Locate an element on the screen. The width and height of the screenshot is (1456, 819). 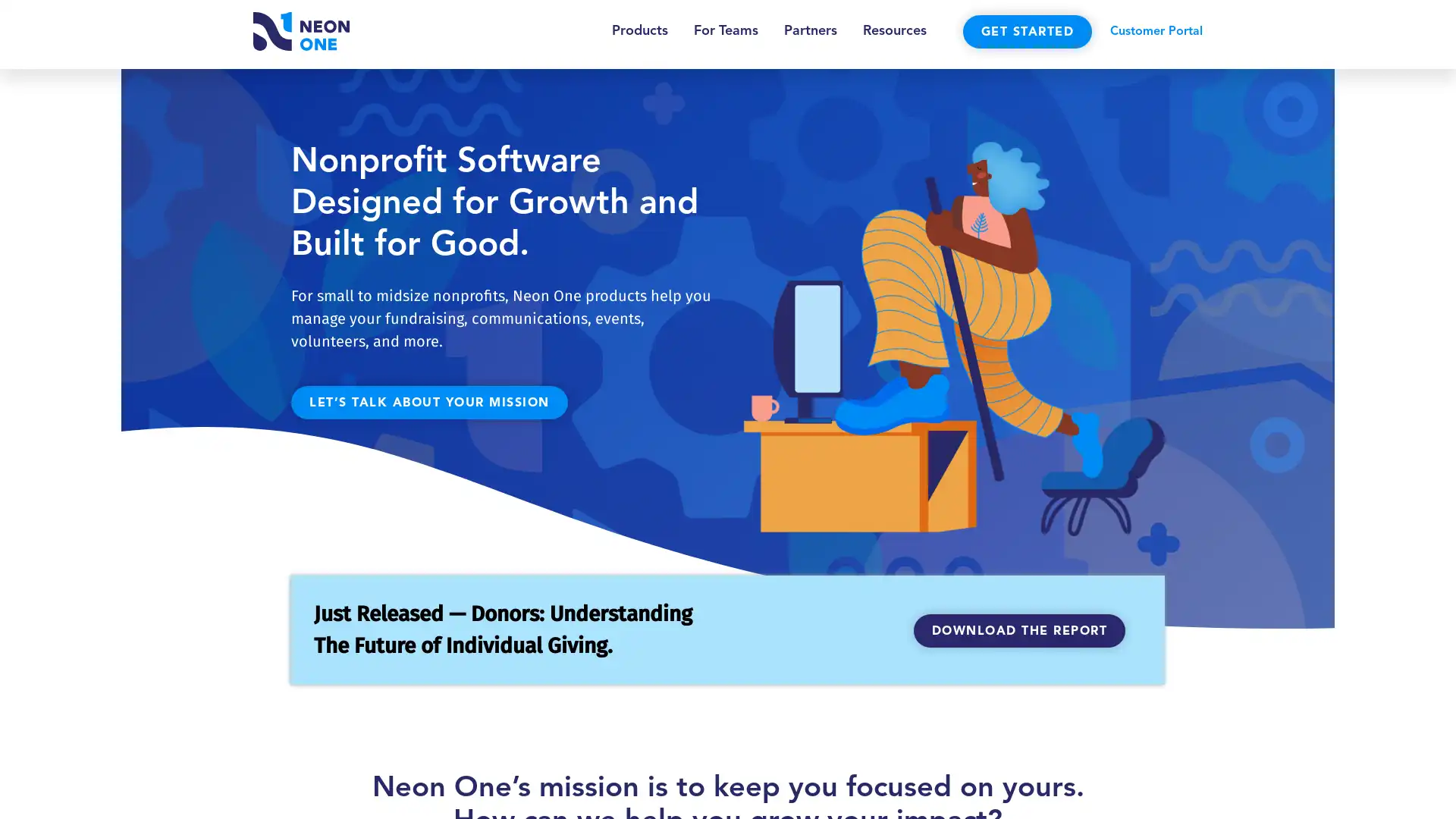
Products is located at coordinates (639, 31).